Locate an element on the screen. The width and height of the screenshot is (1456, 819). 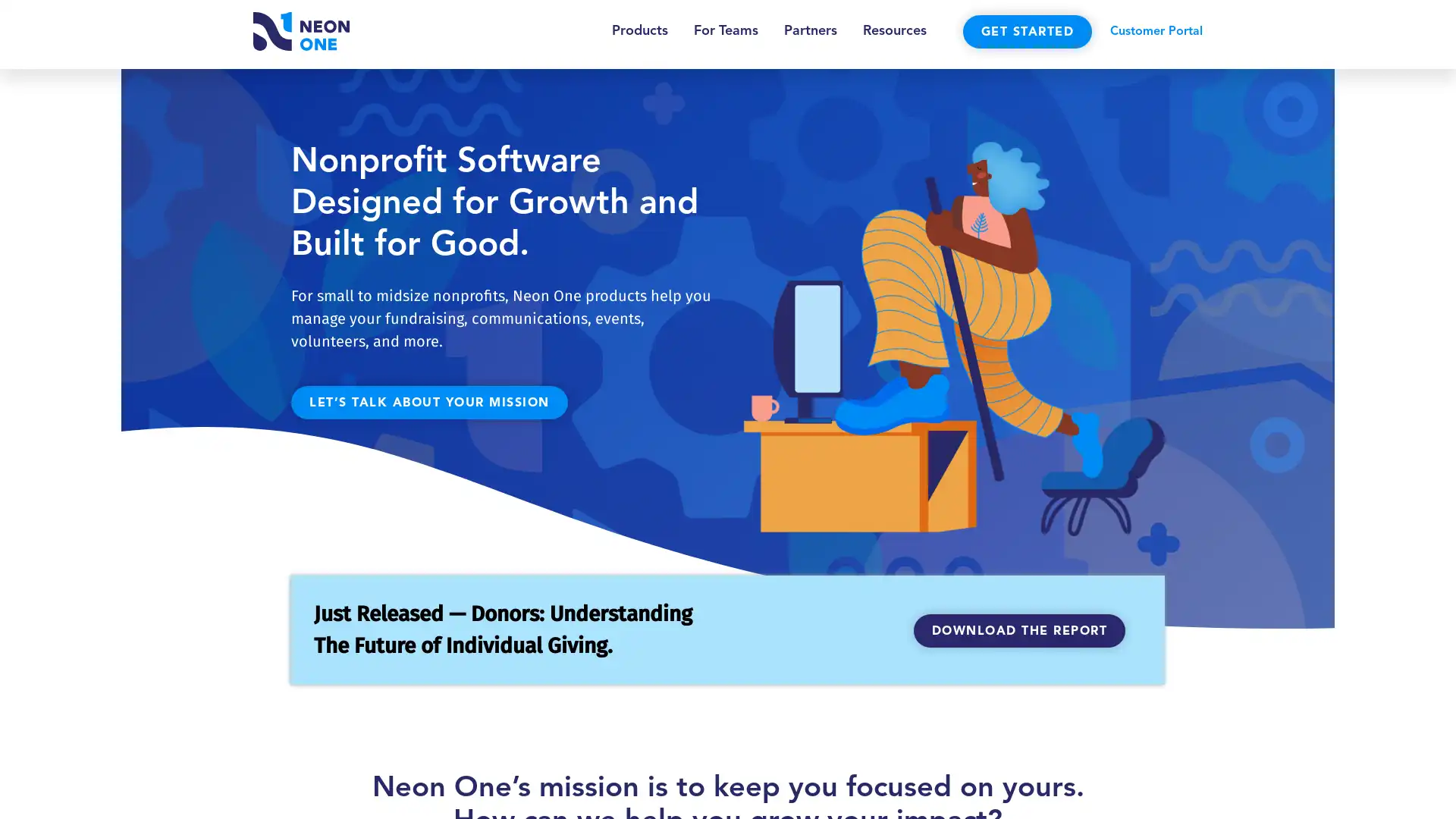
Products is located at coordinates (639, 31).